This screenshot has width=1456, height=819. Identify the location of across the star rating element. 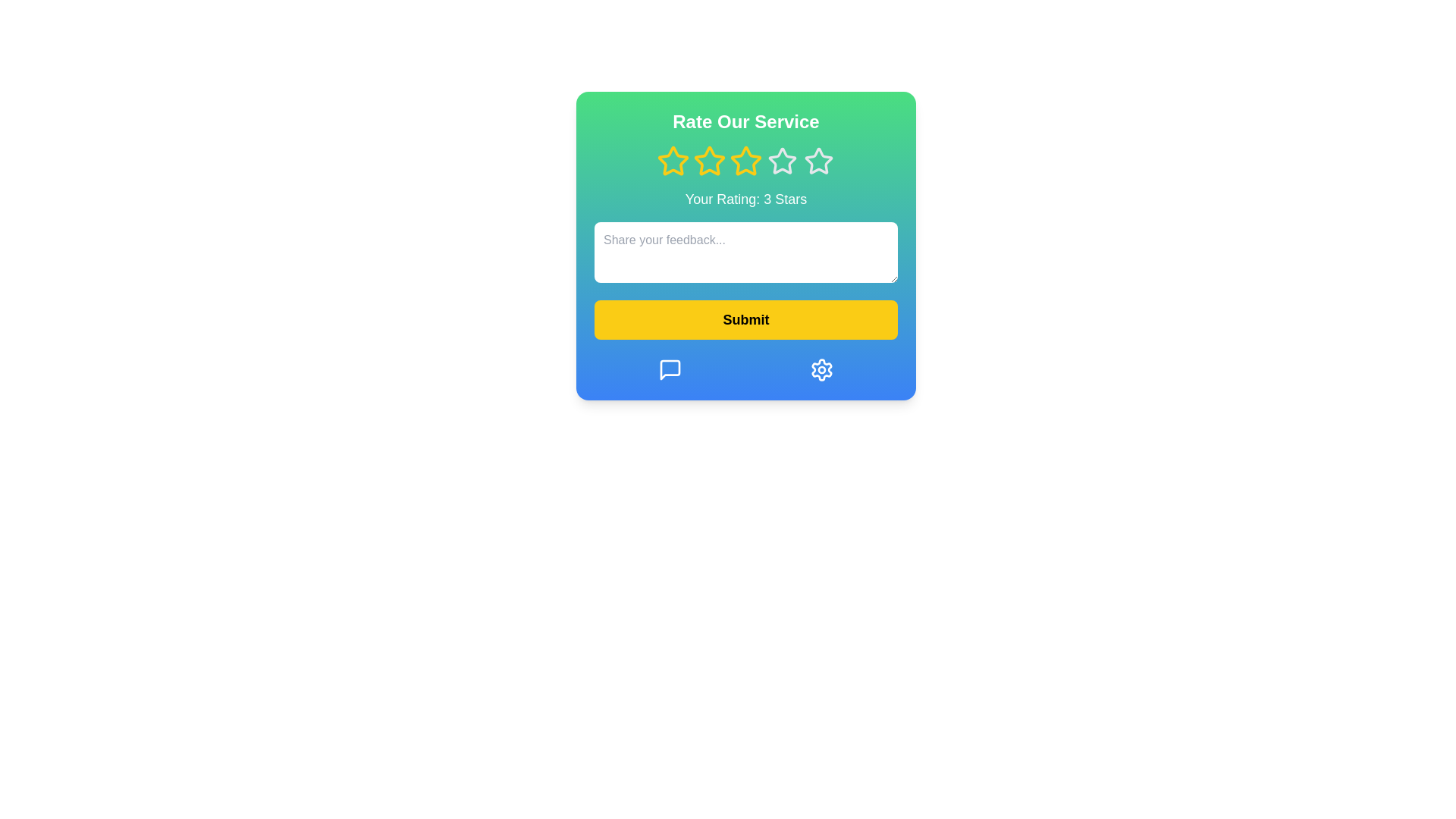
(745, 161).